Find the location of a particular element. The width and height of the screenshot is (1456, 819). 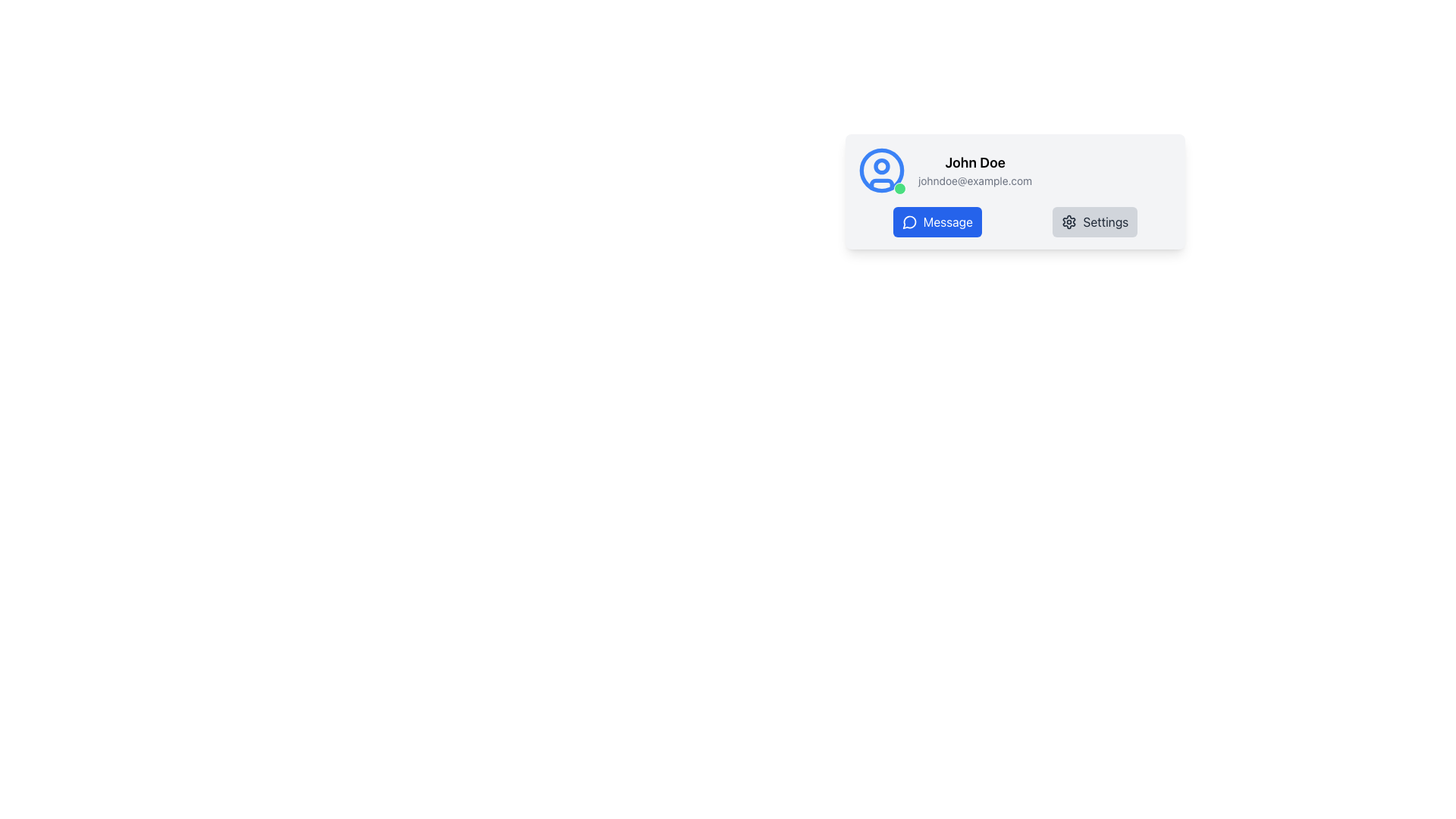

the SVG circle element that represents the outer circular outline of the user avatar, which is centrally placed within the user icon is located at coordinates (881, 170).